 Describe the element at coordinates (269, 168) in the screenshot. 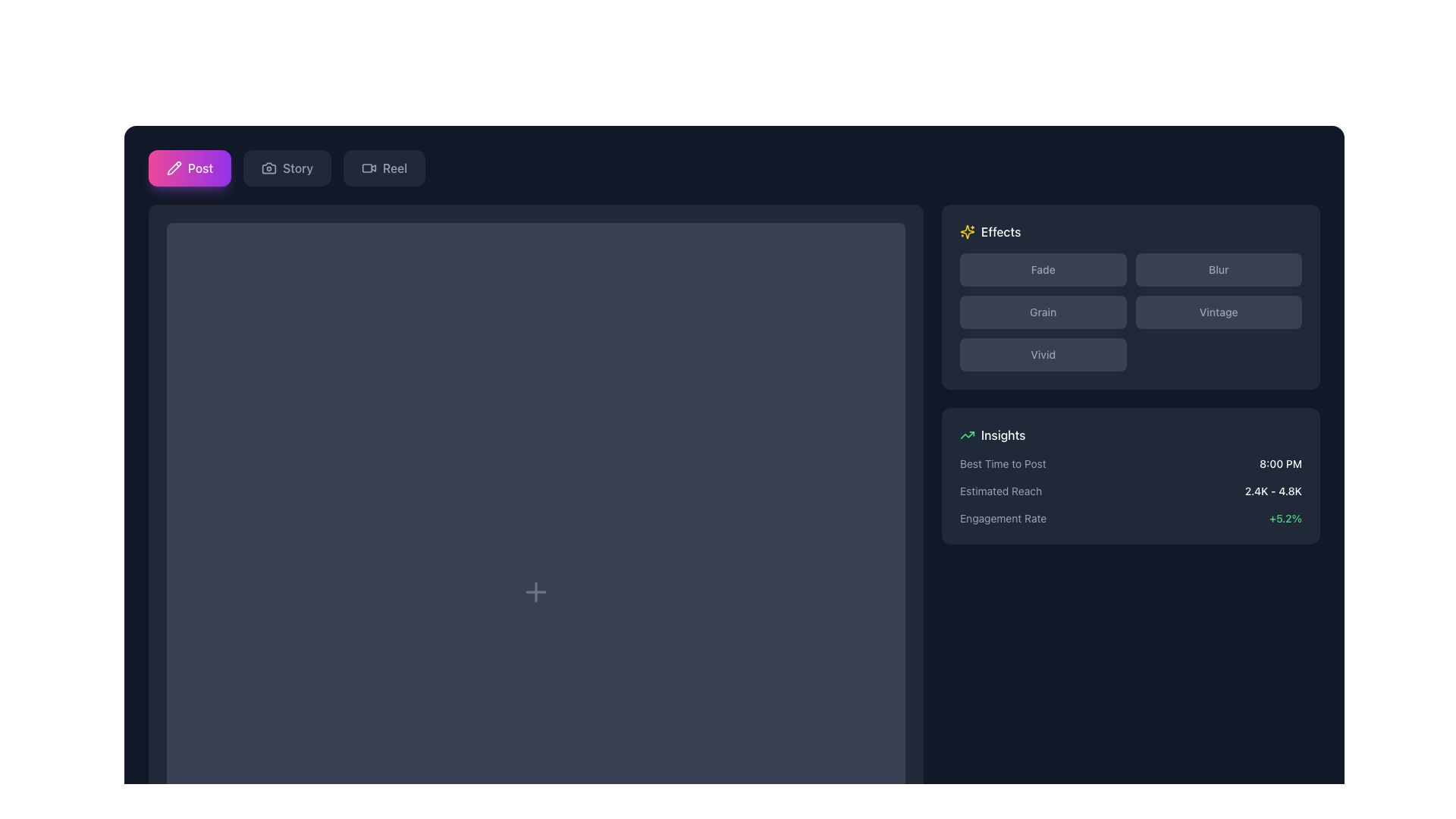

I see `the camera icon button located between the 'Post' and 'Reel' icons` at that location.